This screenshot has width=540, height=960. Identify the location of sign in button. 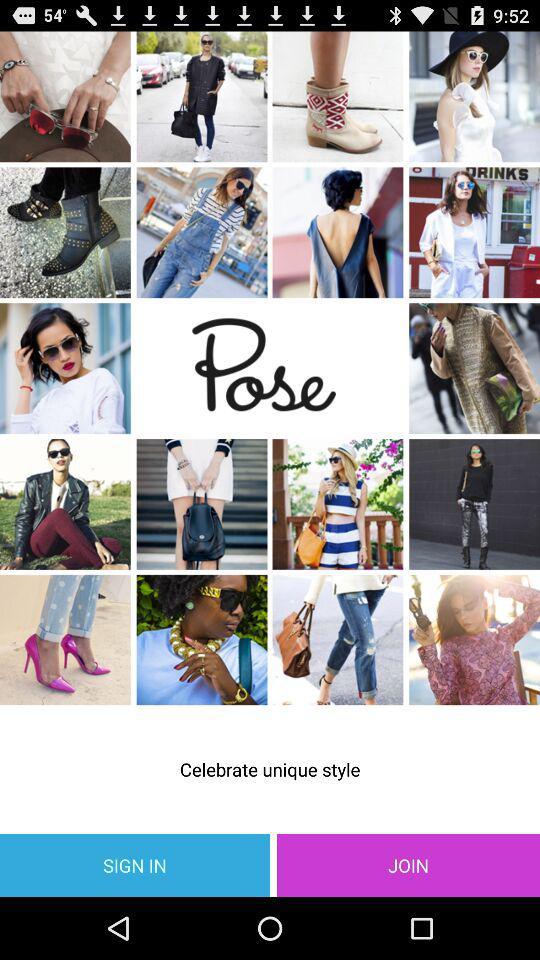
(135, 864).